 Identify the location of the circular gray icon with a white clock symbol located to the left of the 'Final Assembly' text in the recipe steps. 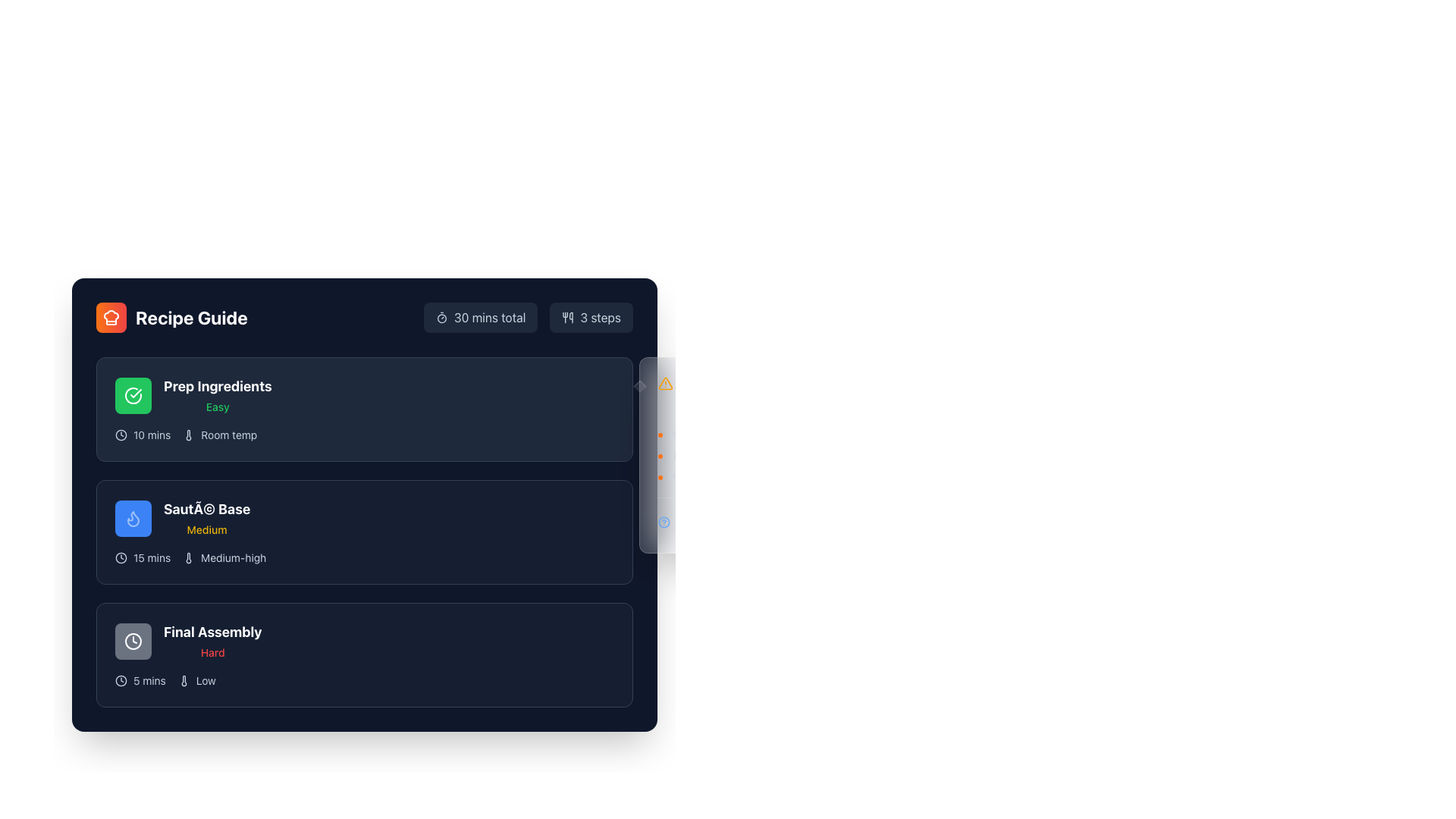
(133, 641).